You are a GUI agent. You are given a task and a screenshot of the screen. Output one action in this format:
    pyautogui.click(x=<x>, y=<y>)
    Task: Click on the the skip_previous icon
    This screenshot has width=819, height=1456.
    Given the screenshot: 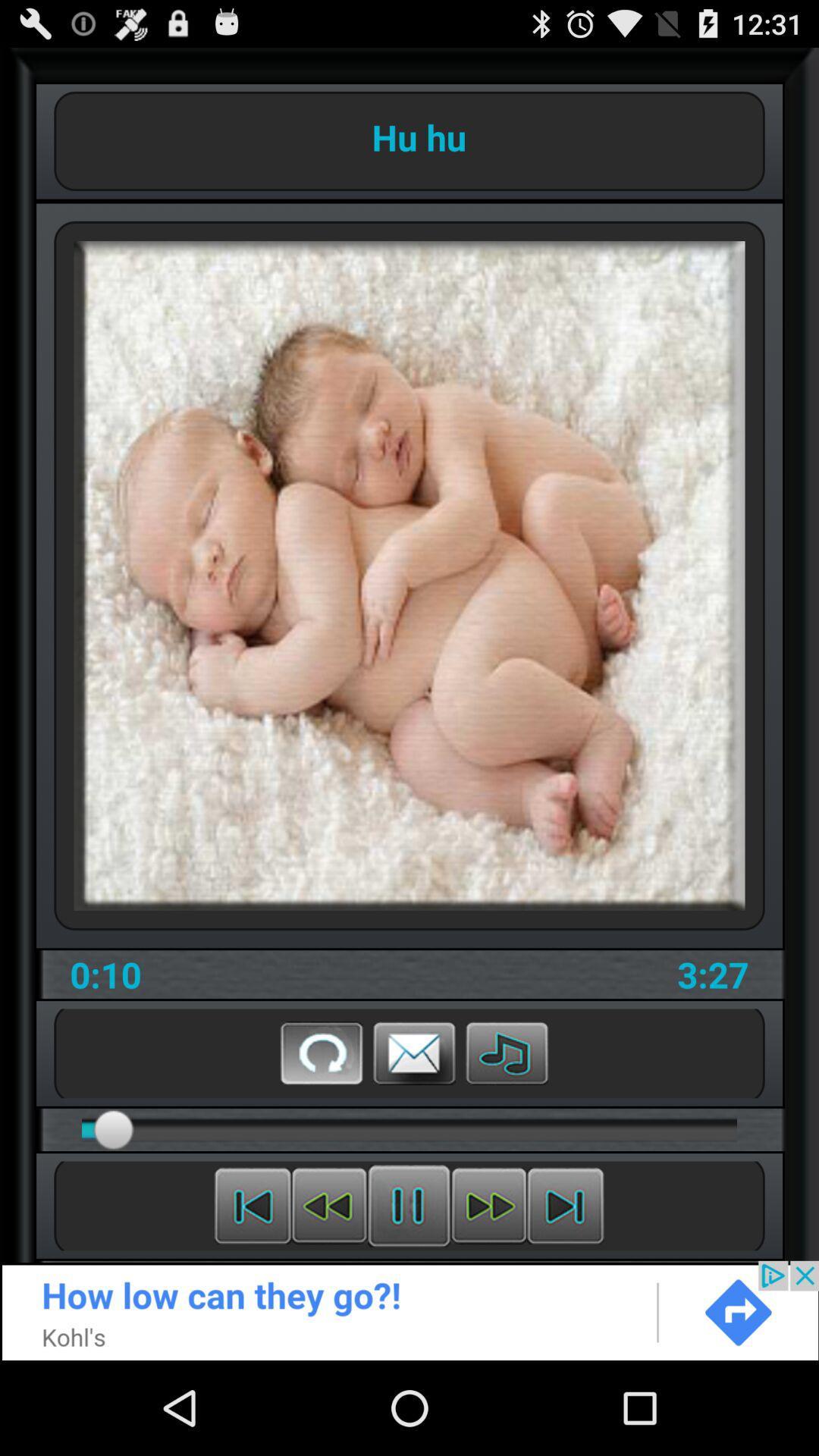 What is the action you would take?
    pyautogui.click(x=252, y=1290)
    